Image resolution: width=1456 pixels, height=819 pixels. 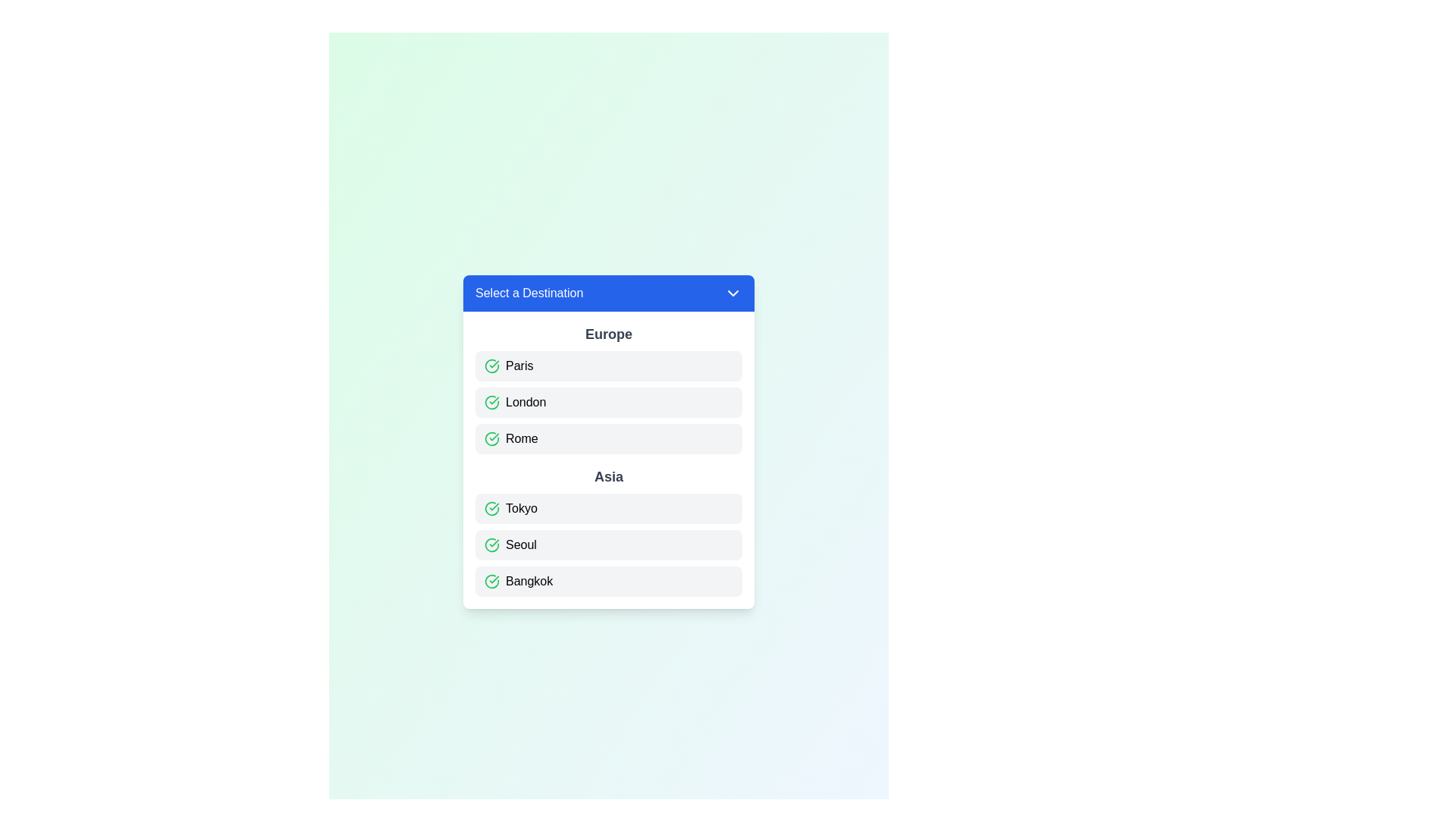 What do you see at coordinates (608, 333) in the screenshot?
I see `the prominently styled text label displaying 'Europe' in a large, bold, gray font, located at the top of the destination listing` at bounding box center [608, 333].